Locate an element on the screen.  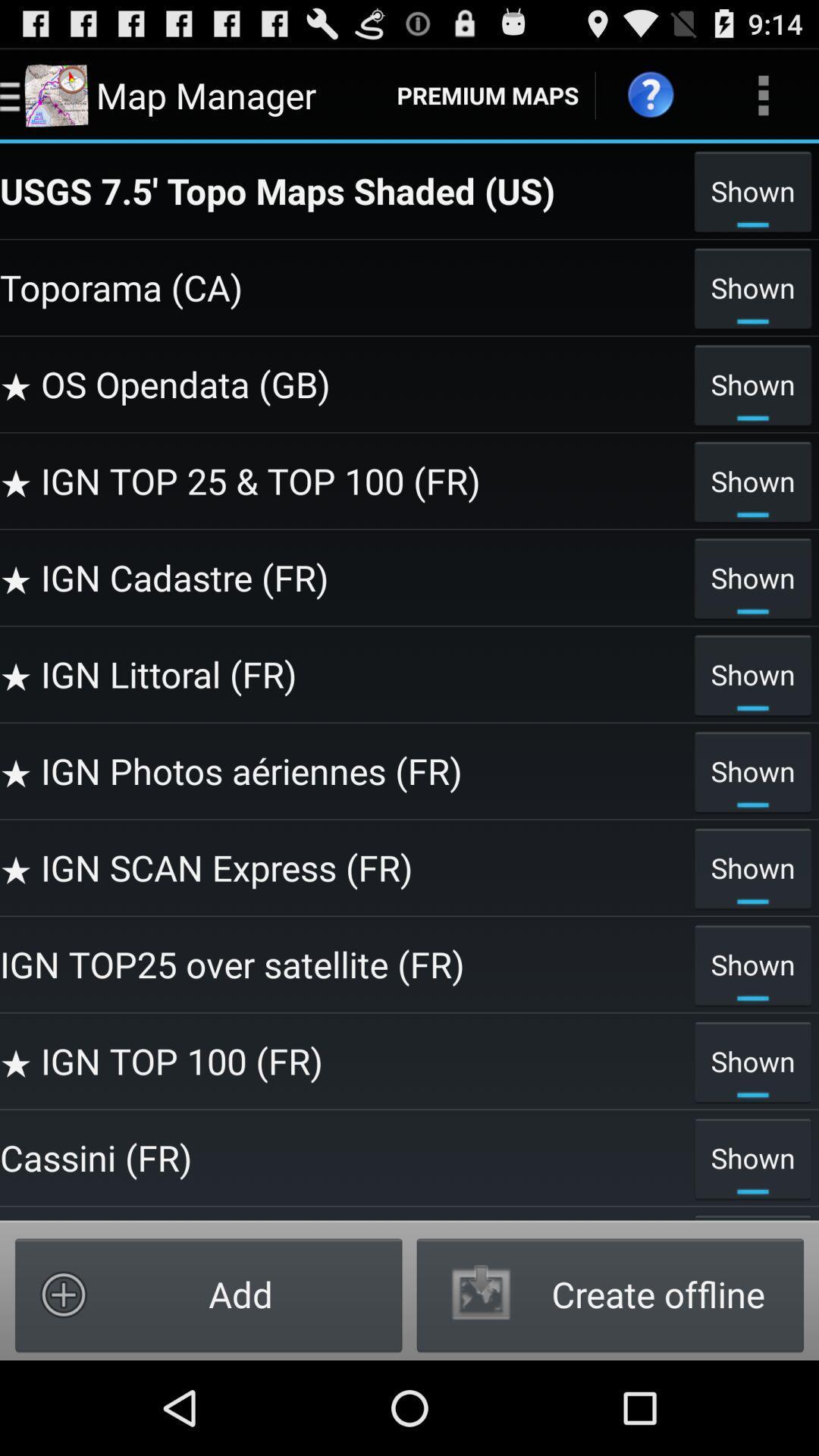
the ign scan express is located at coordinates (343, 868).